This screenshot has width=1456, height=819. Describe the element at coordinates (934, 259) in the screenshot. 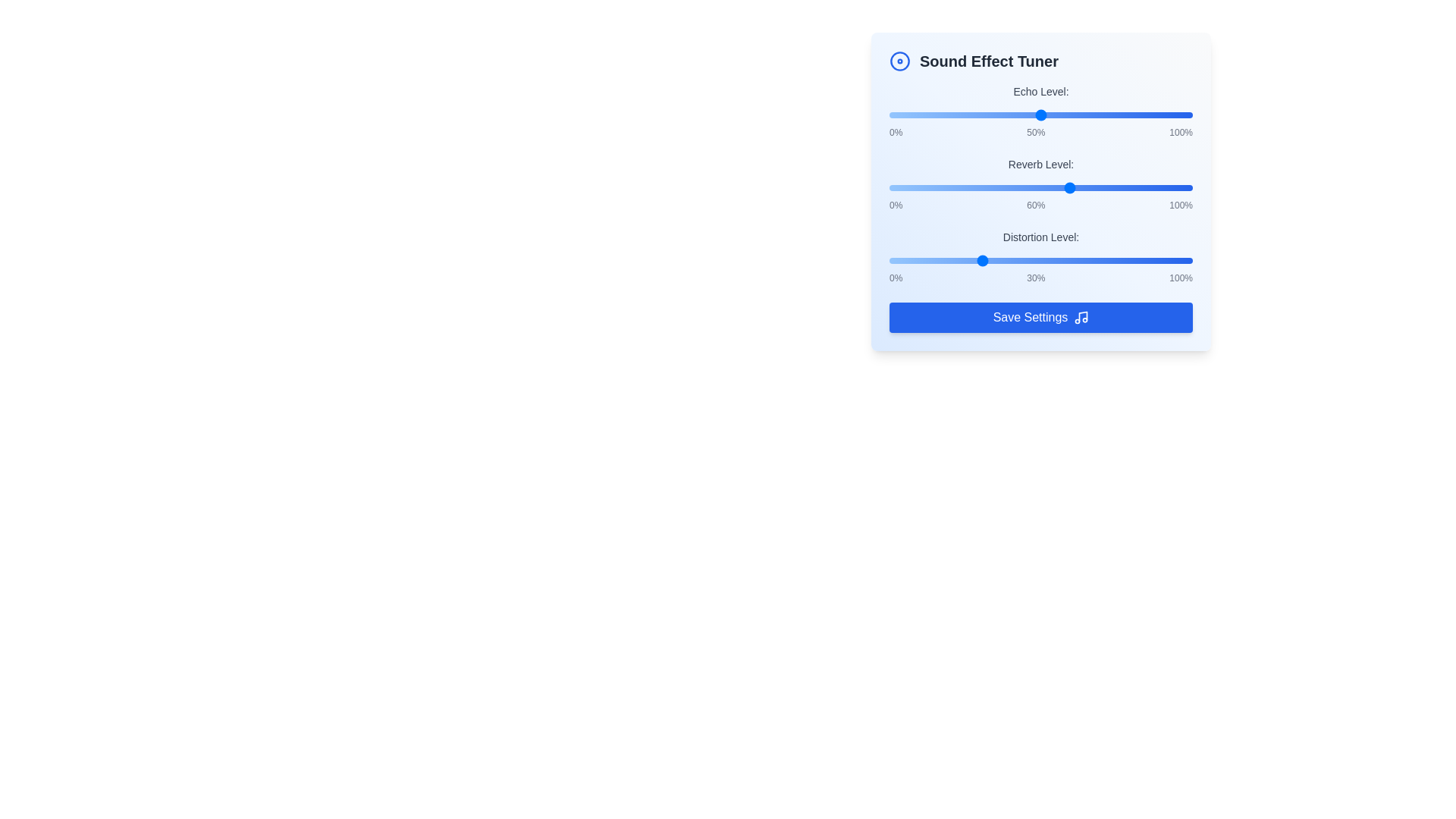

I see `the 'Distortion Level' slider to 15%` at that location.